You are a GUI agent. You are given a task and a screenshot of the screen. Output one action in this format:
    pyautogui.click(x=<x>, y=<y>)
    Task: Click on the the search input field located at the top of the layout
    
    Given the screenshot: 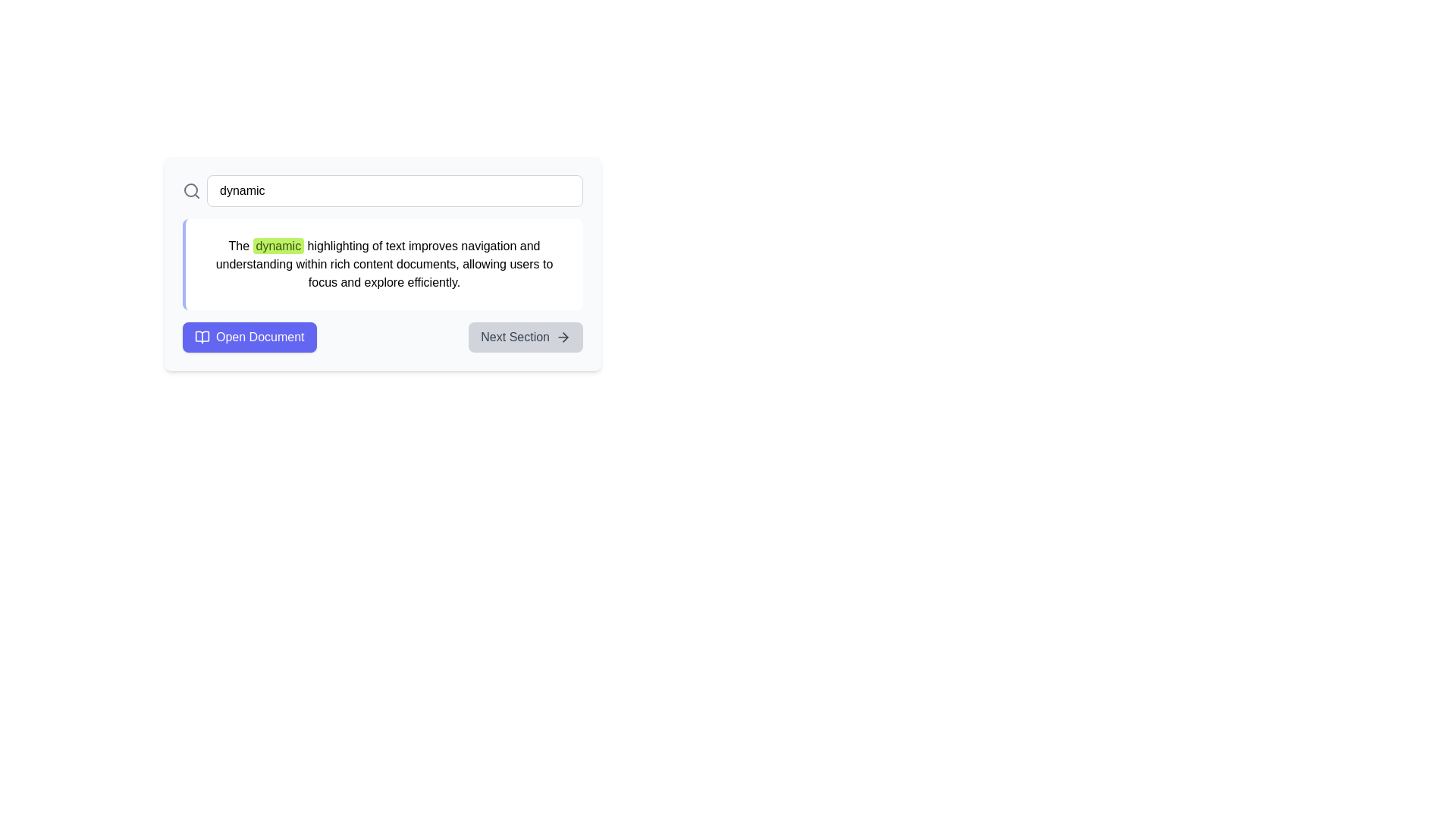 What is the action you would take?
    pyautogui.click(x=382, y=190)
    